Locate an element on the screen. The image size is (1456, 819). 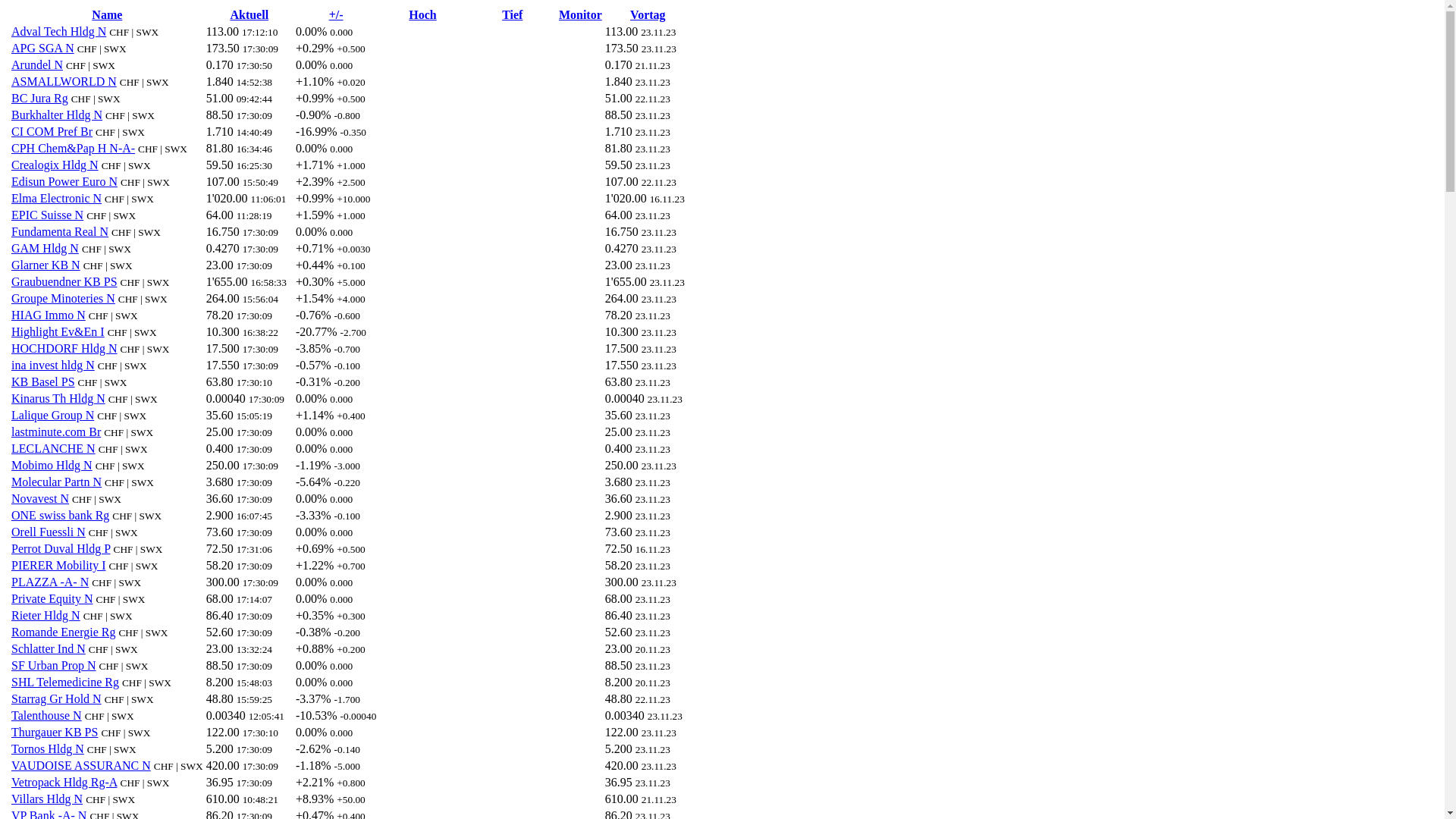
'PLAZZA -A- N' is located at coordinates (50, 581).